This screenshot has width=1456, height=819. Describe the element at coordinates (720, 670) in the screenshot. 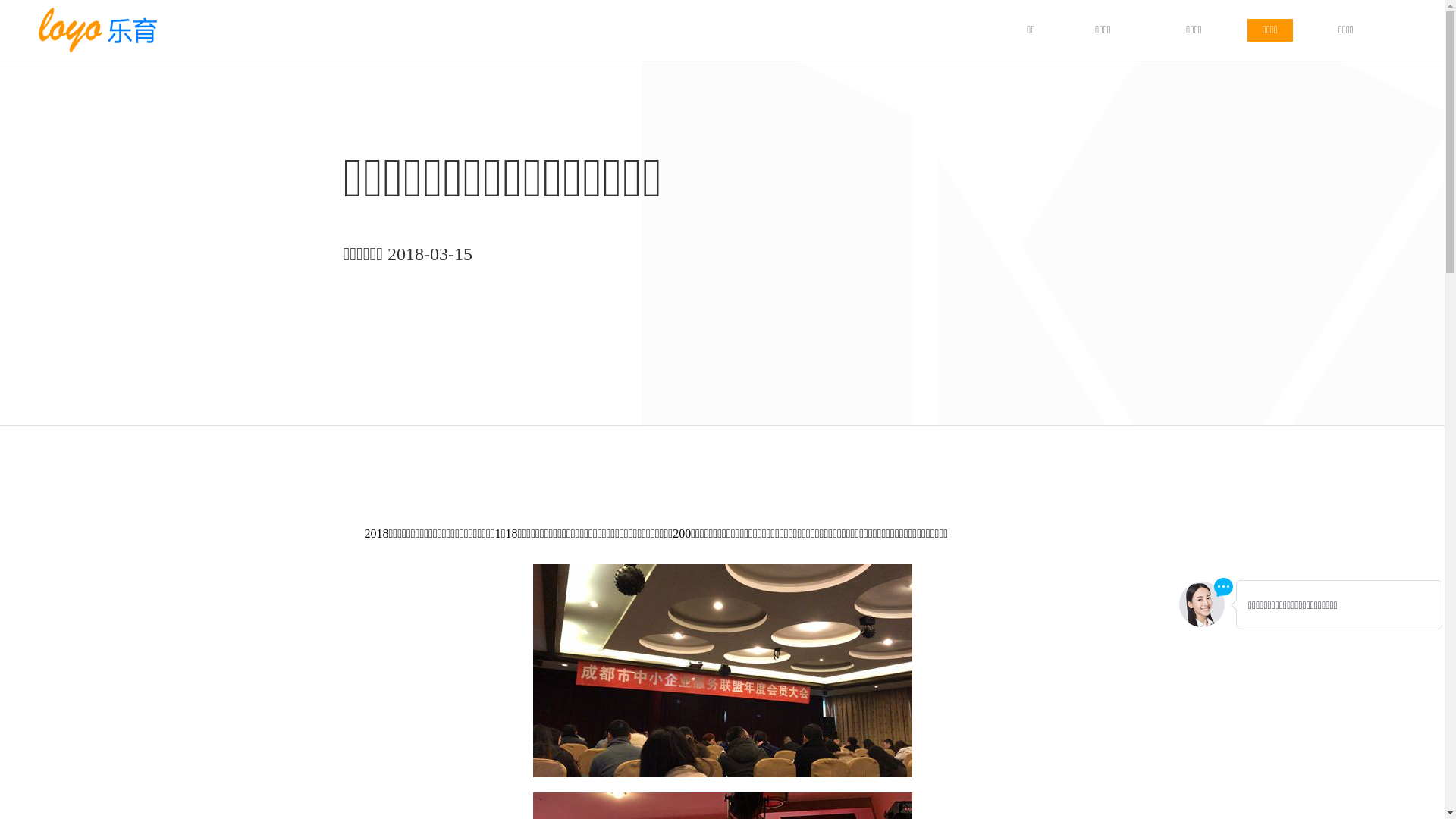

I see `'1530172022911297.jpg'` at that location.